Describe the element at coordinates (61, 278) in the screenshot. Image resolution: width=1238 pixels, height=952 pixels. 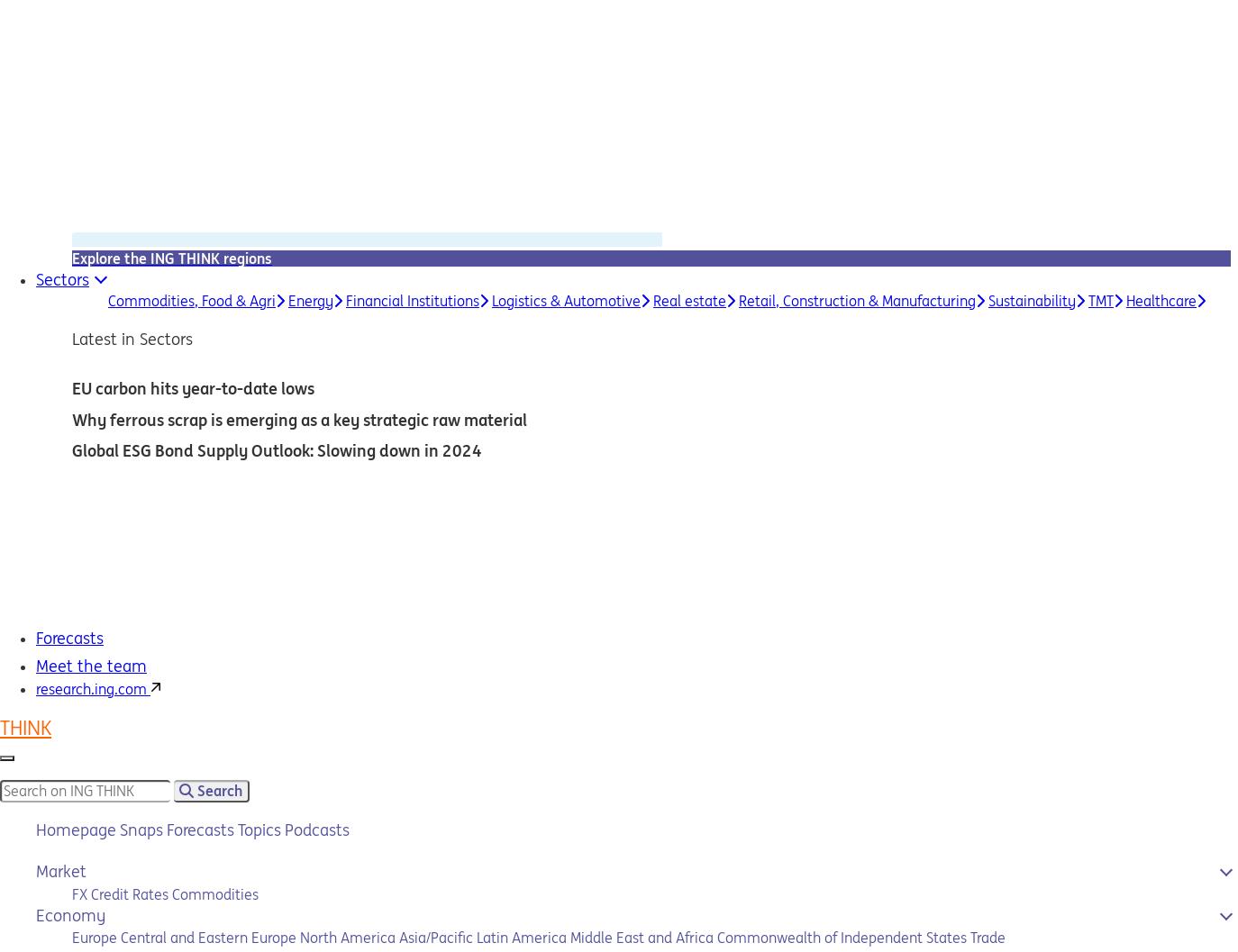
I see `'Sectors'` at that location.